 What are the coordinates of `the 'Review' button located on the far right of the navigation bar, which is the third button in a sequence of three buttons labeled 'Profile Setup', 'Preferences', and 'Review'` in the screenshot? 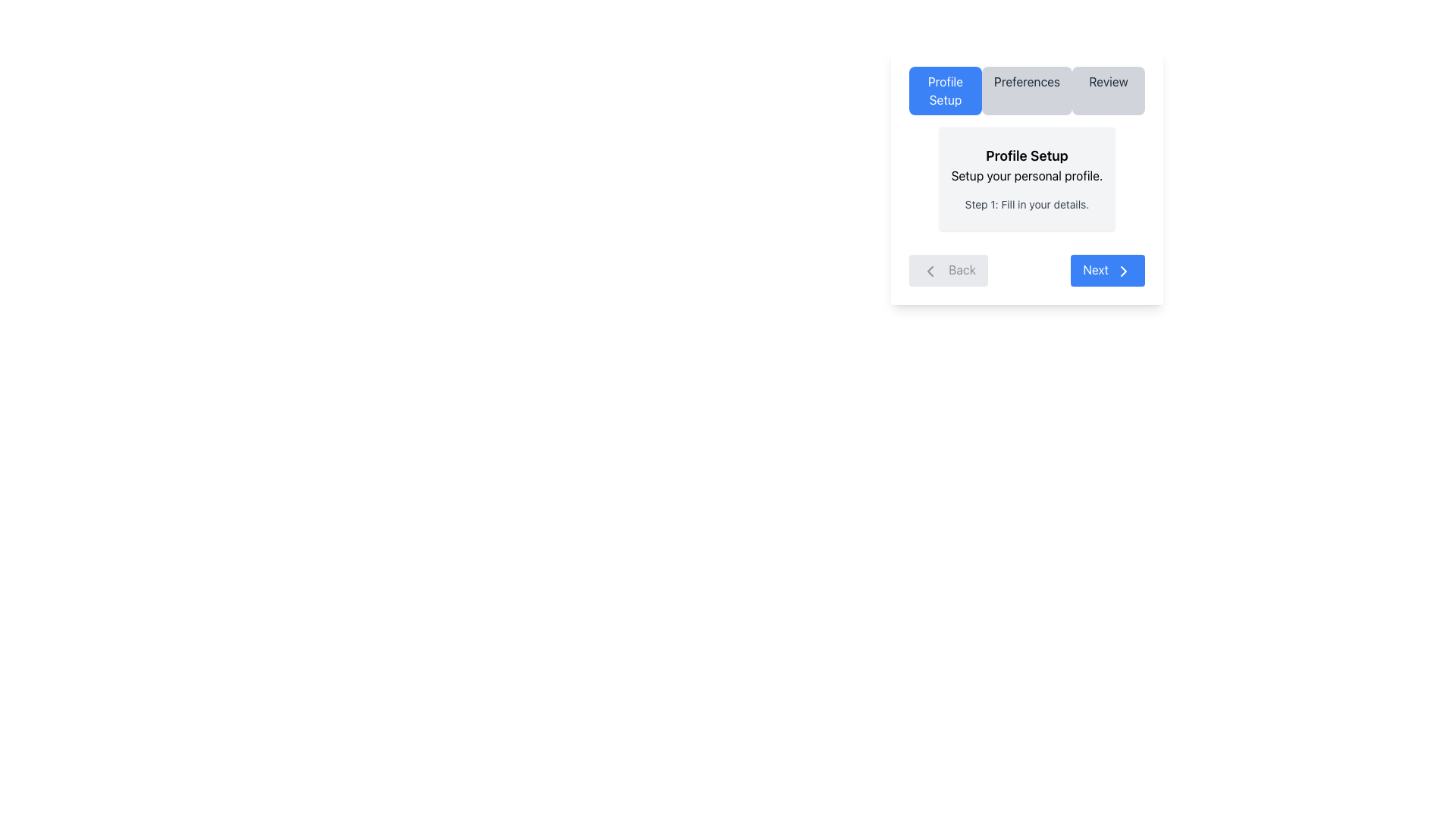 It's located at (1109, 90).